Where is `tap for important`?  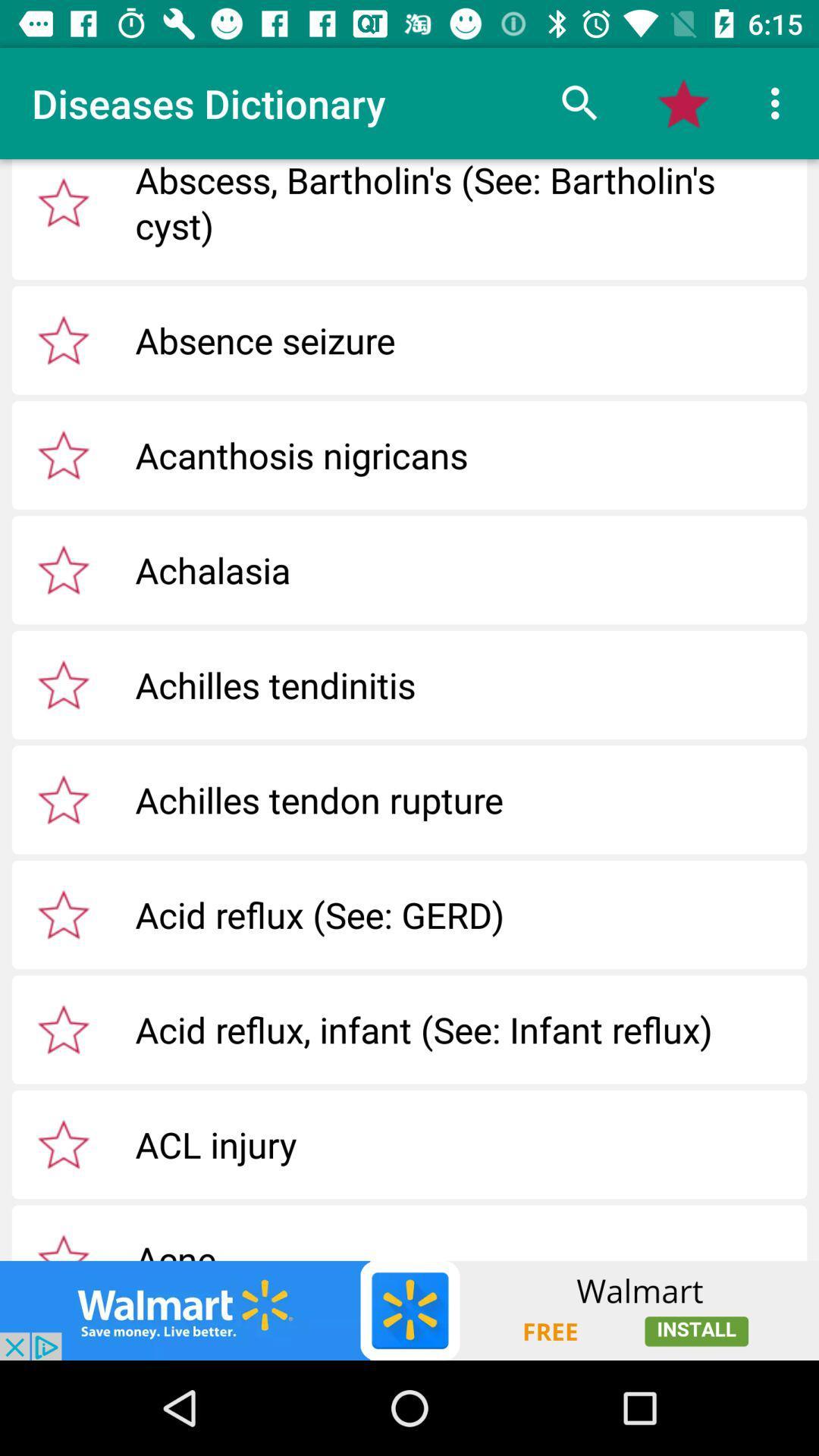 tap for important is located at coordinates (63, 1244).